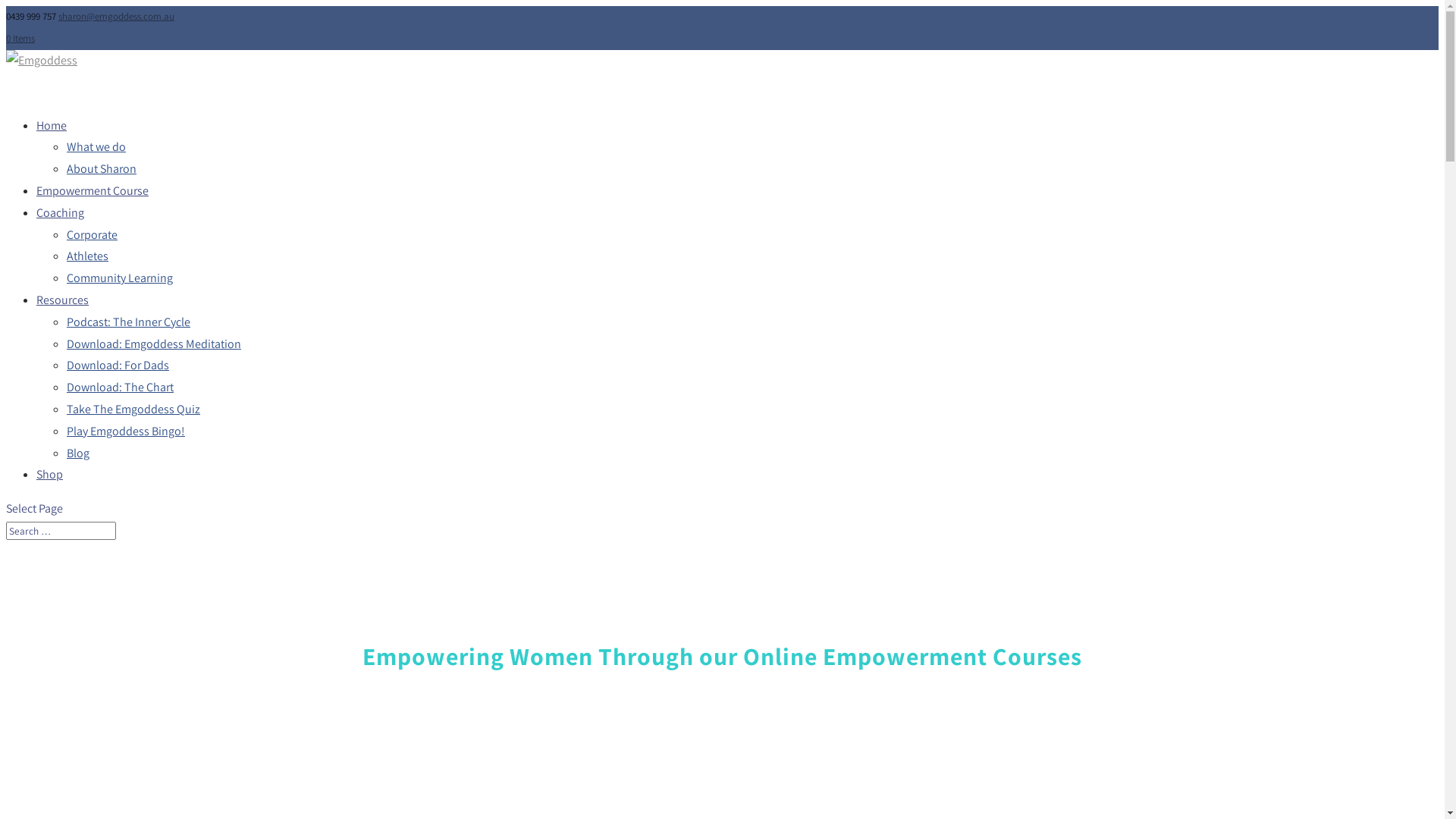 This screenshot has height=819, width=1456. Describe the element at coordinates (36, 479) in the screenshot. I see `'Shop'` at that location.